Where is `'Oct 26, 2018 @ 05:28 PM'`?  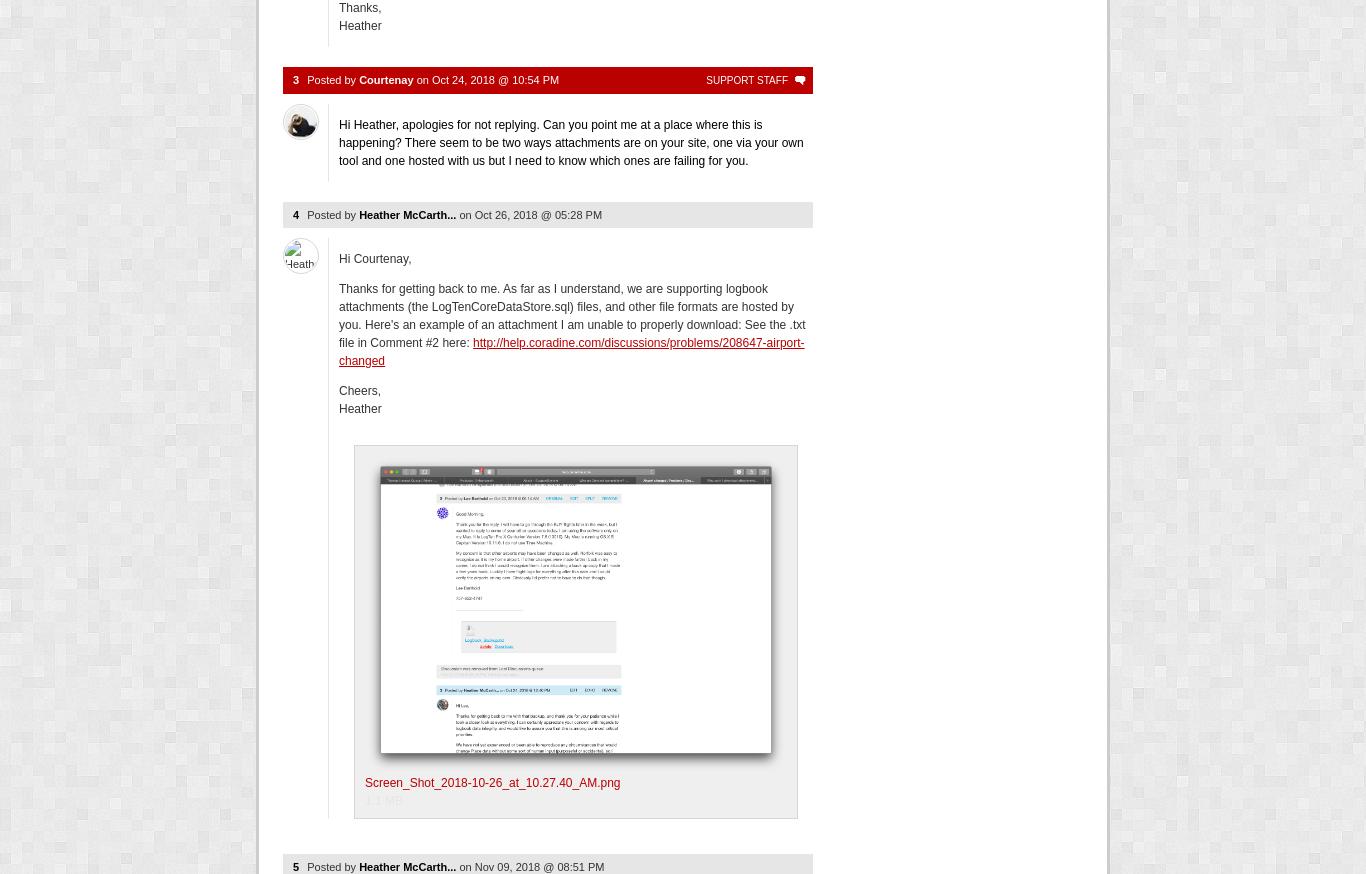
'Oct 26, 2018 @ 05:28 PM' is located at coordinates (474, 213).